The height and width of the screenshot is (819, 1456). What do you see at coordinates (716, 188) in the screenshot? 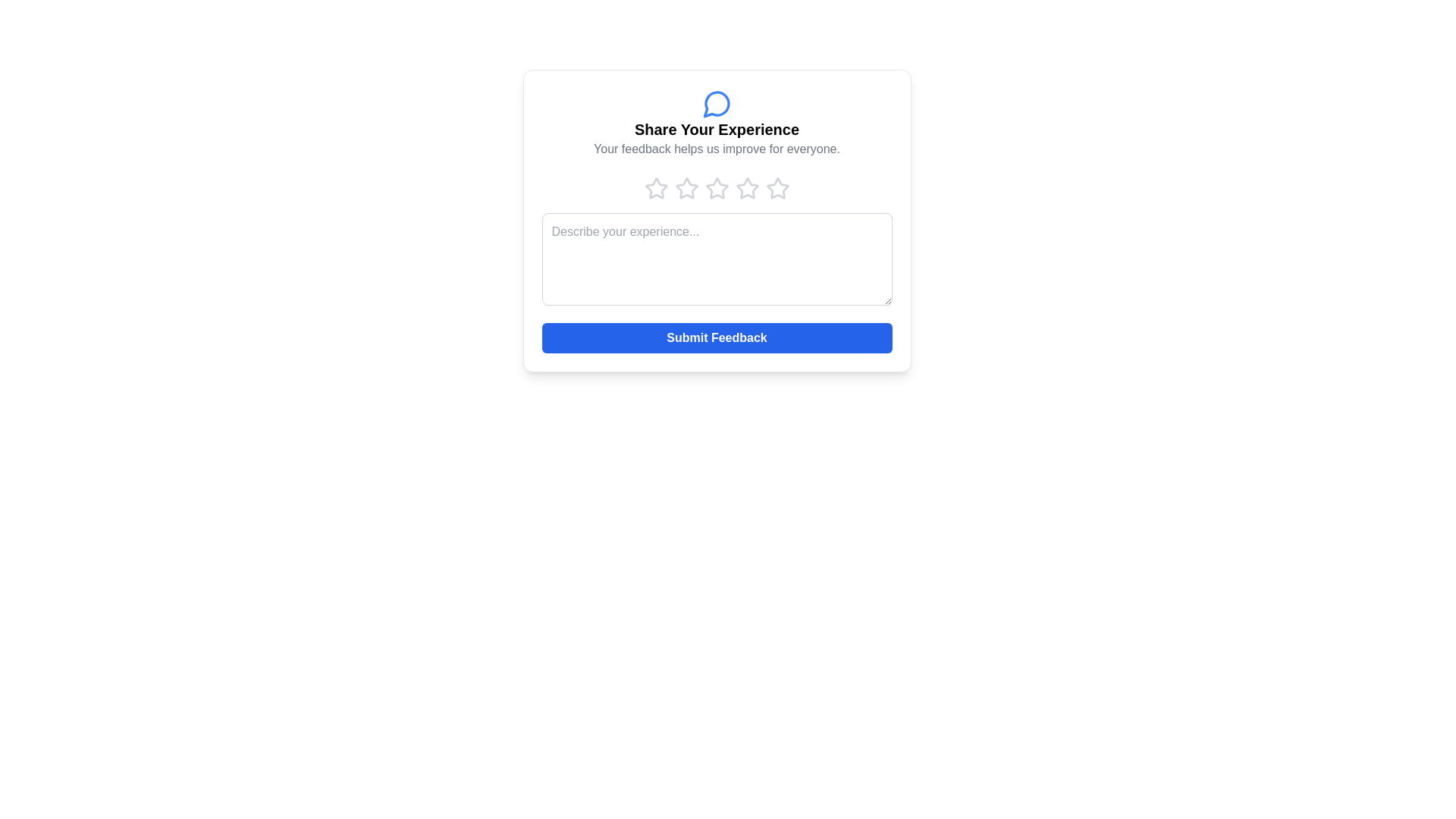
I see `the star in the Rating component` at bounding box center [716, 188].